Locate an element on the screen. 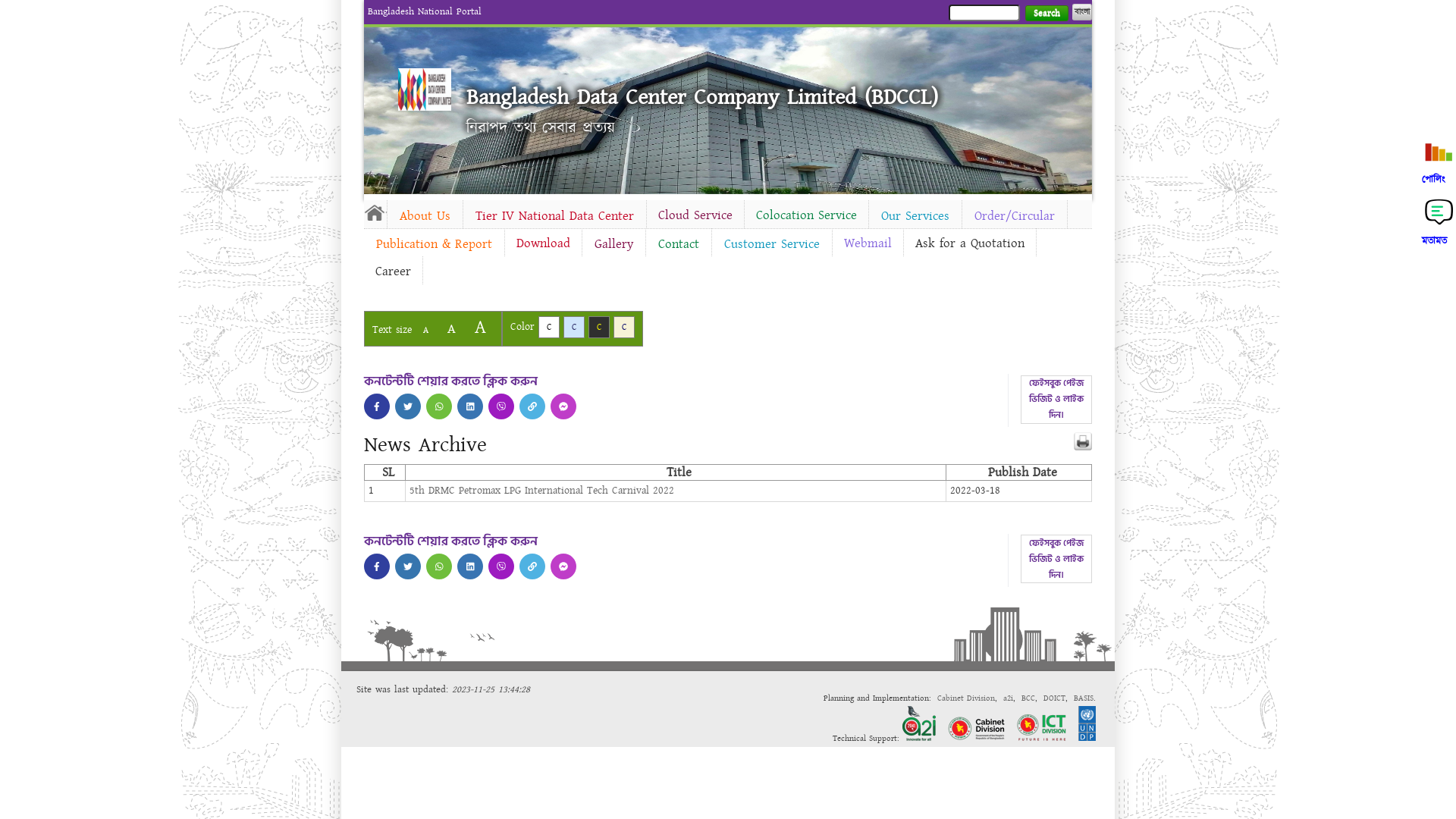 Image resolution: width=1456 pixels, height=819 pixels. 'Webmail' is located at coordinates (868, 242).